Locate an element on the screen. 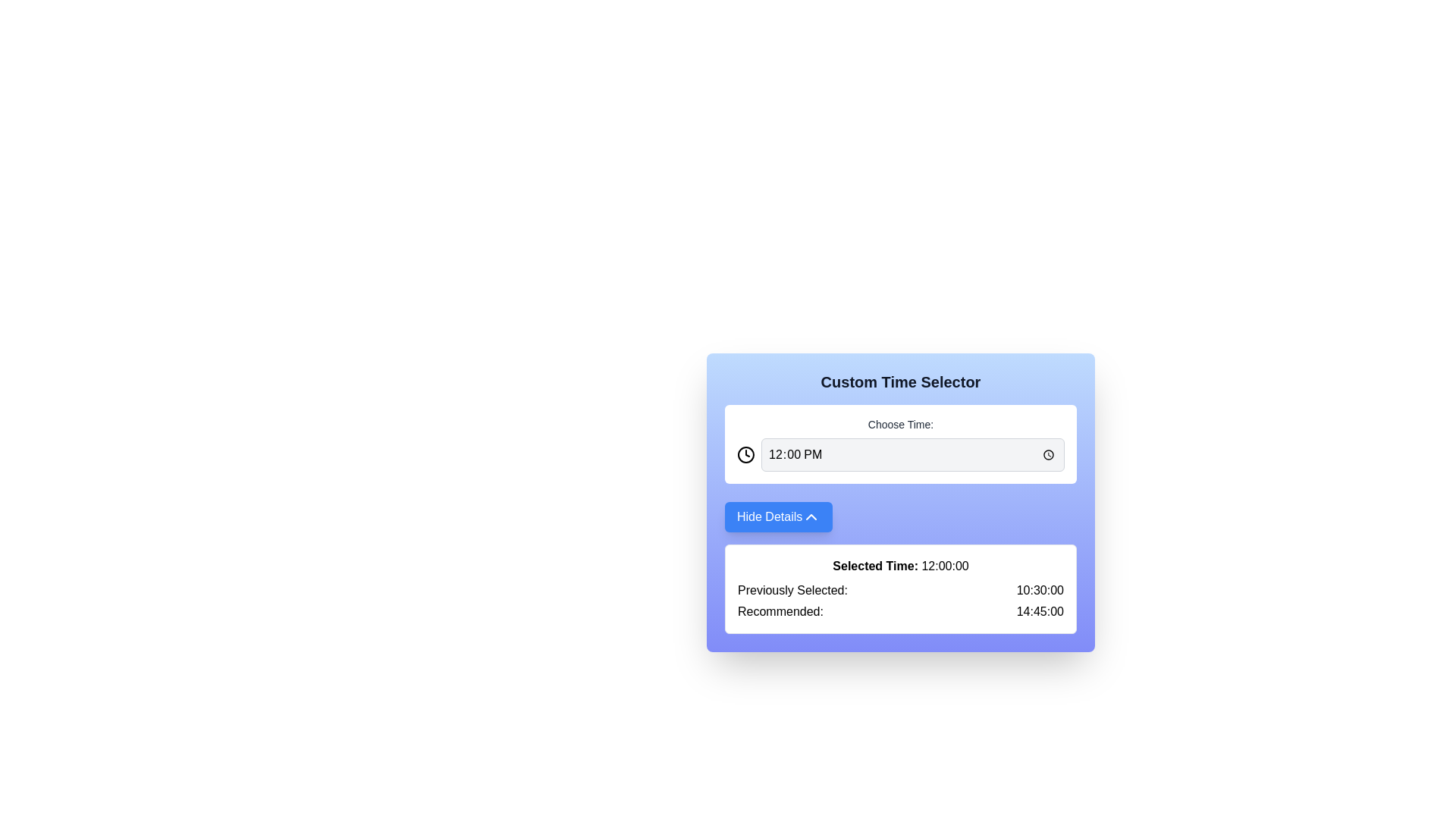  the time icon located on the left side of the time input field, which visually represents the concept of time is located at coordinates (745, 454).